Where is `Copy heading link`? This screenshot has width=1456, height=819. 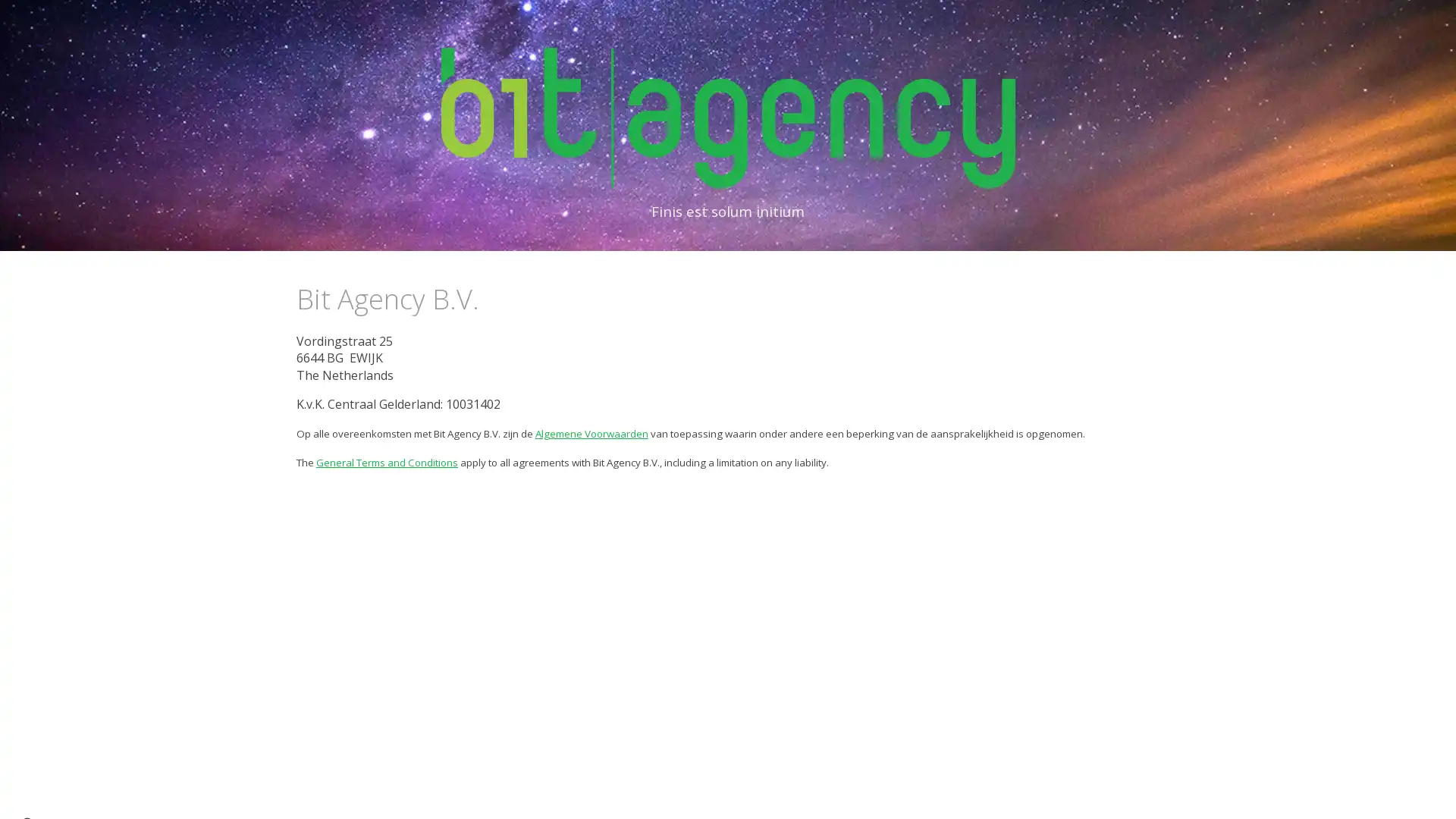
Copy heading link is located at coordinates (495, 298).